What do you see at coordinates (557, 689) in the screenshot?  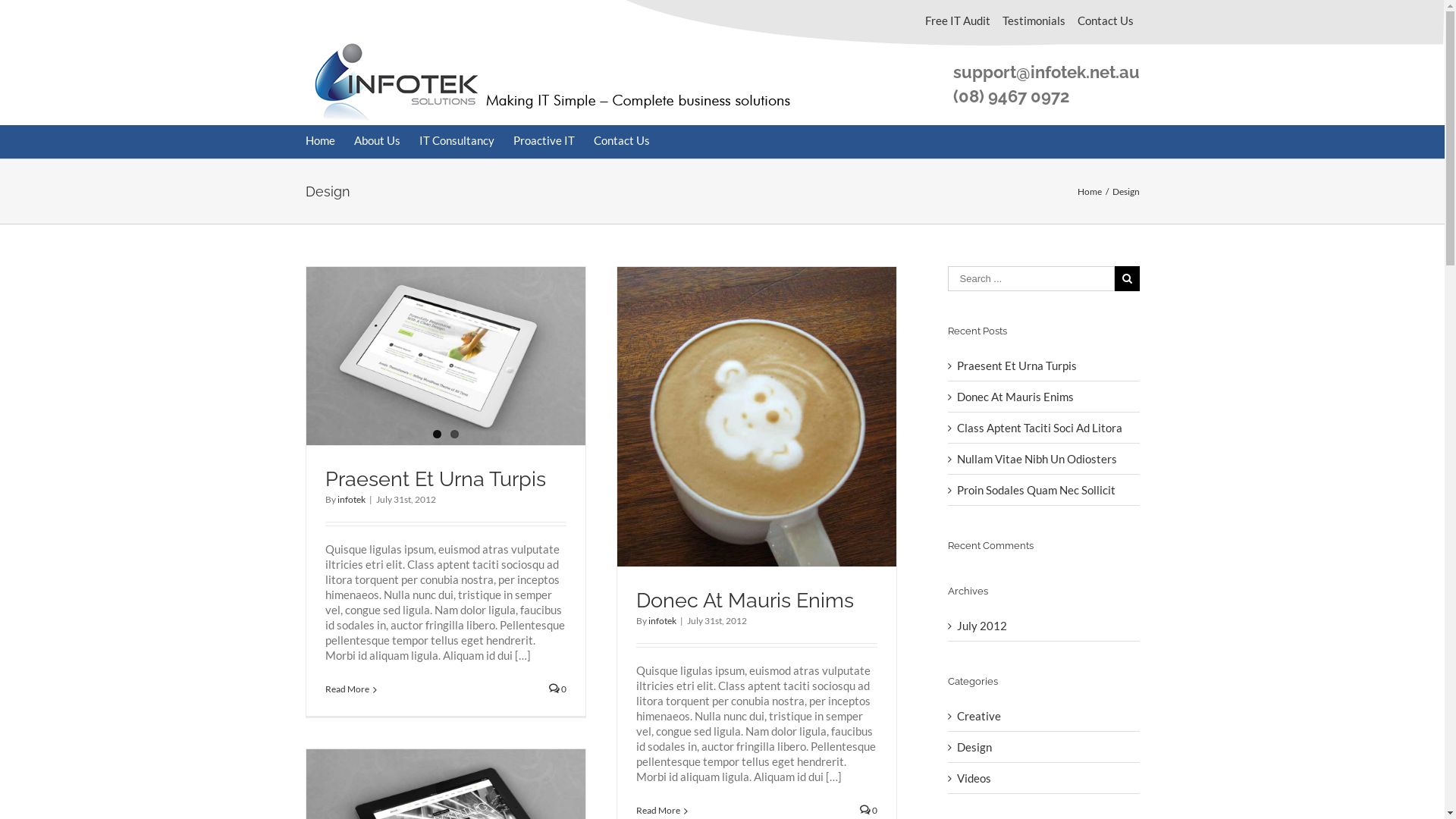 I see `' 0'` at bounding box center [557, 689].